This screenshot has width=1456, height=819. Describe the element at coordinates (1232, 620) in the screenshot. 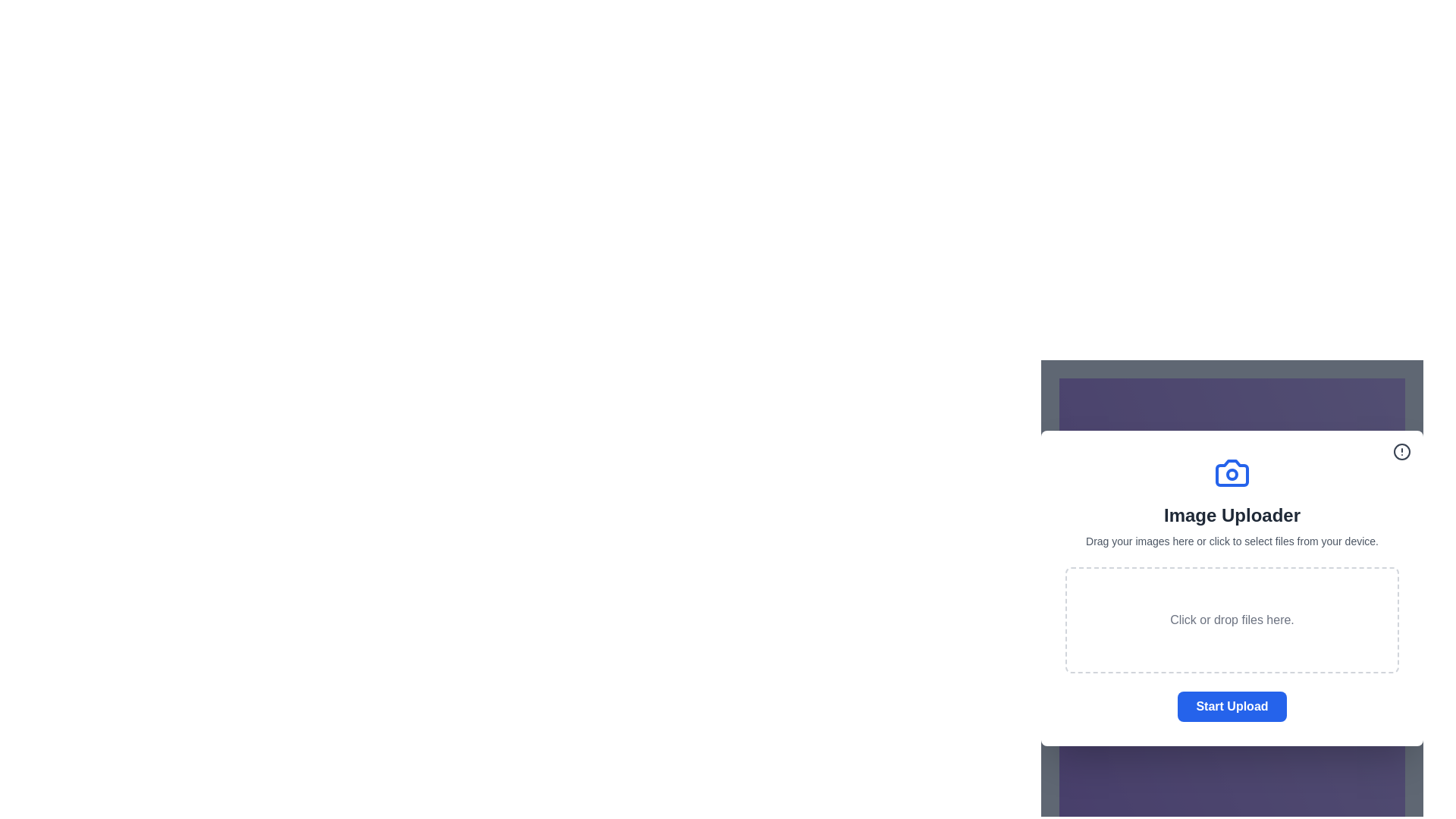

I see `the File upload drop zone, which is a rectangular area with a dashed border and the text 'Click or drop files here.' centered inside` at that location.